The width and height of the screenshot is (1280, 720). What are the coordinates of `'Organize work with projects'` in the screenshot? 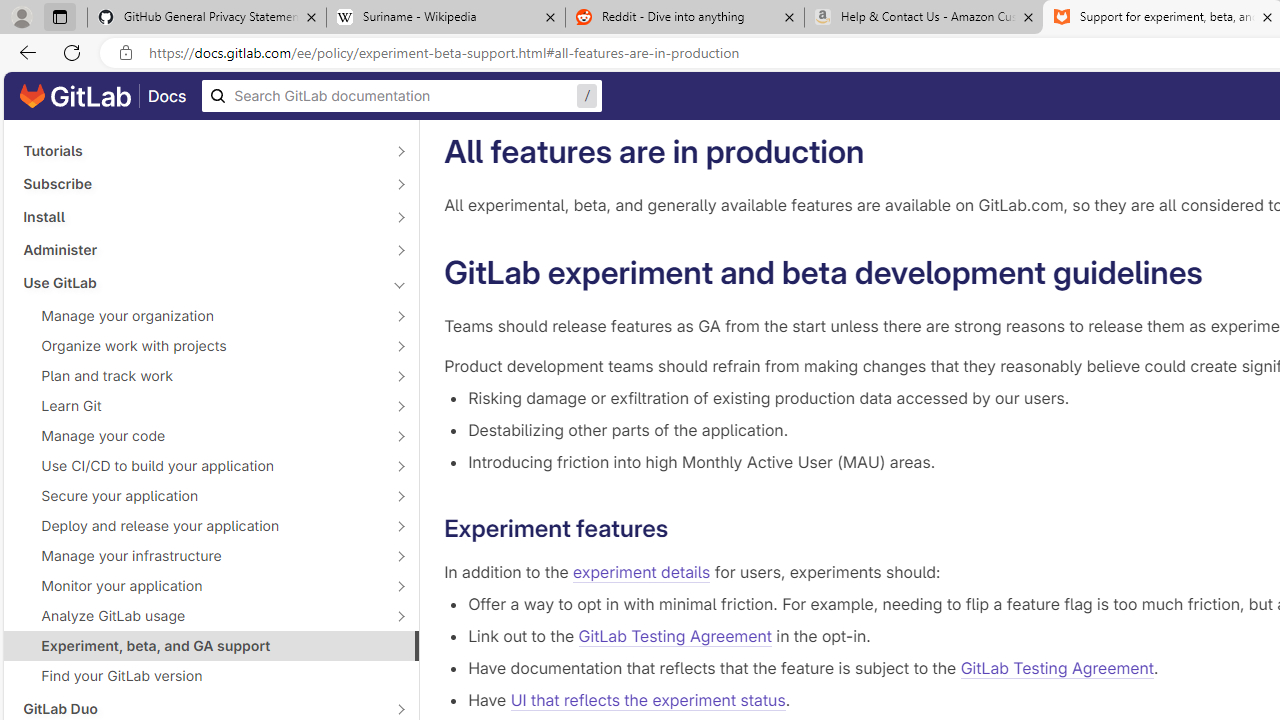 It's located at (200, 344).